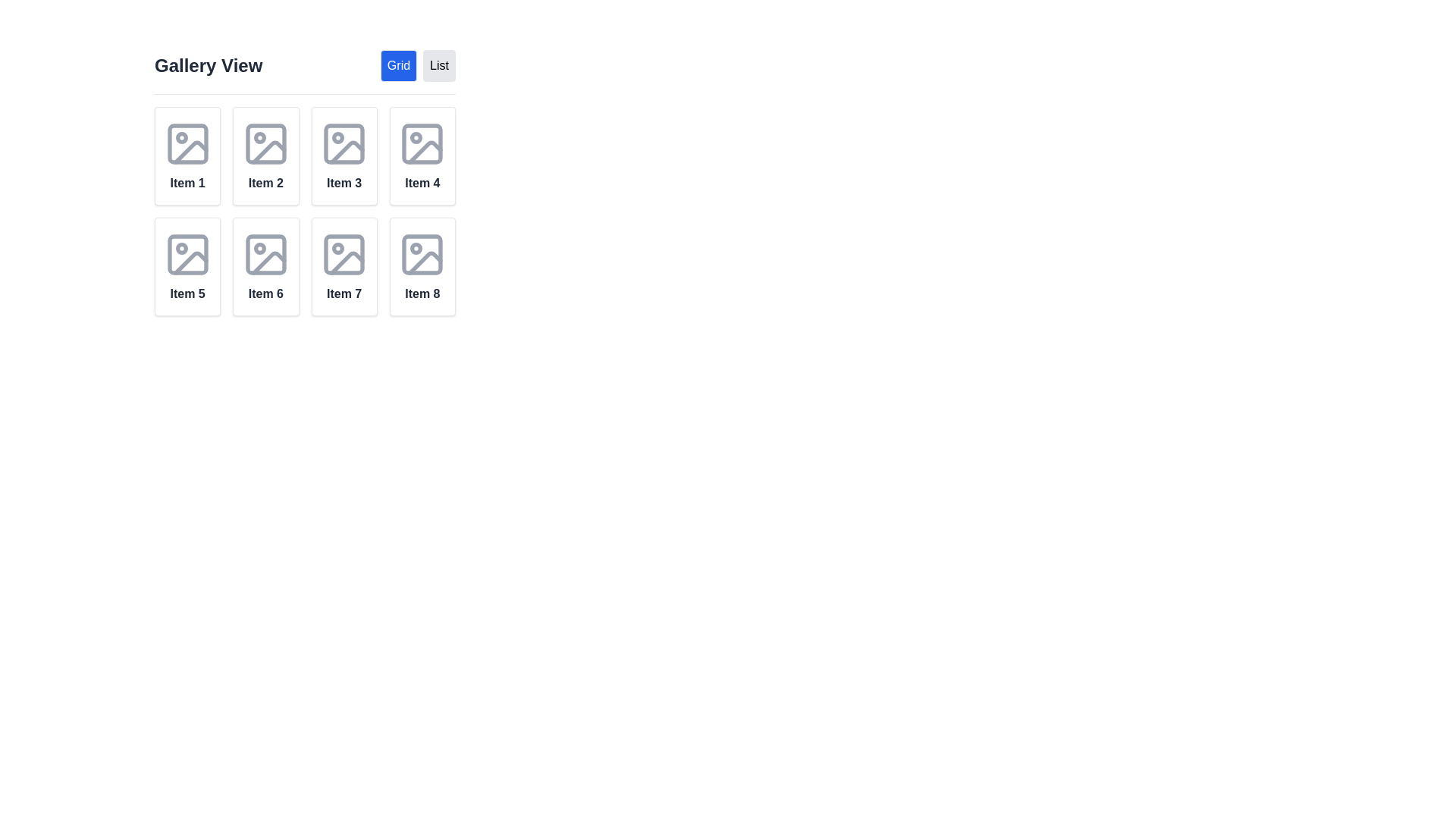 The image size is (1456, 819). I want to click on the rectangular button with rounded corners, styled with a solid blue background and white text displaying 'Grid', so click(398, 65).